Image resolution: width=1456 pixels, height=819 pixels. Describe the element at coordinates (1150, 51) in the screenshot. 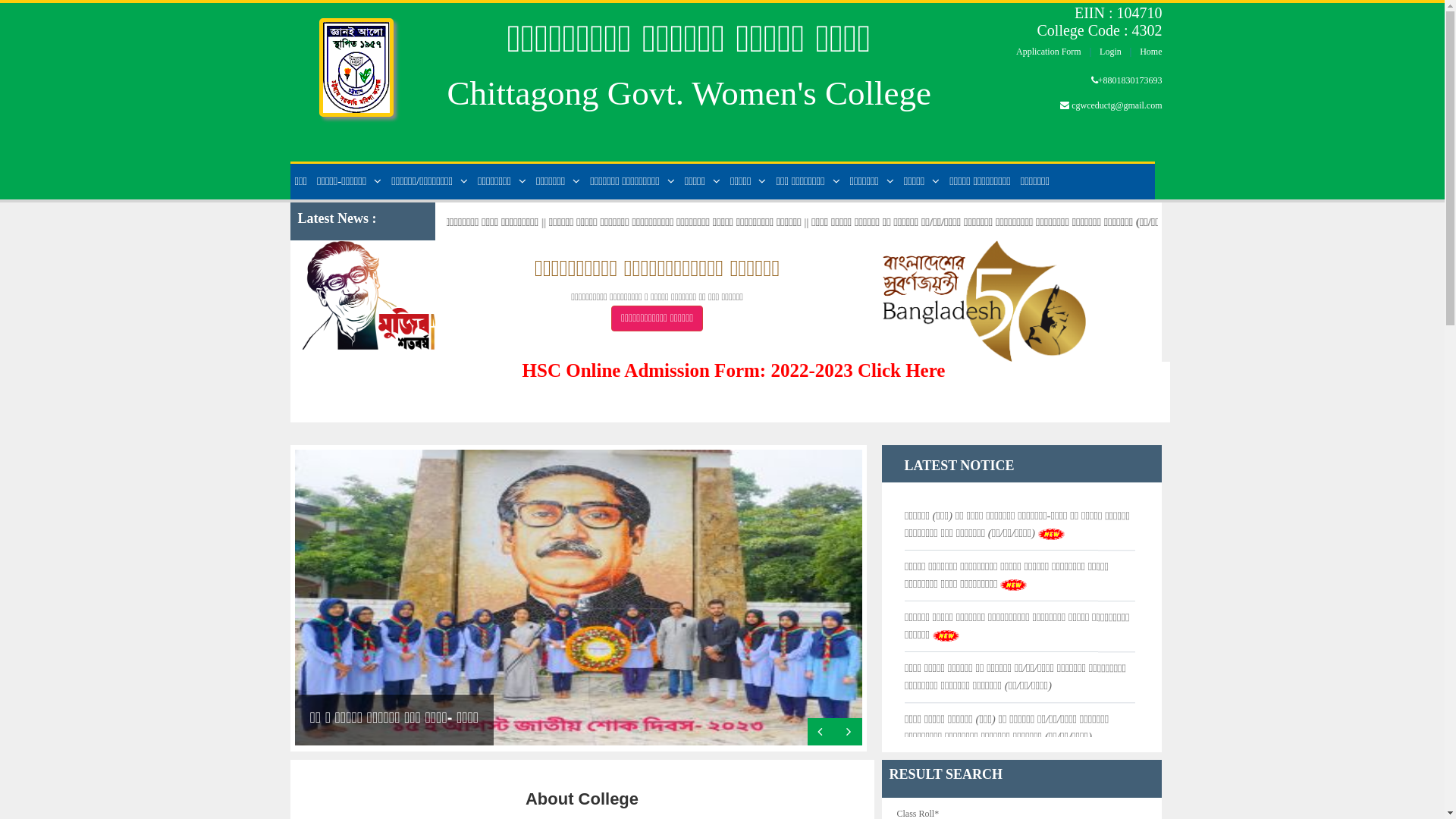

I see `'Home'` at that location.